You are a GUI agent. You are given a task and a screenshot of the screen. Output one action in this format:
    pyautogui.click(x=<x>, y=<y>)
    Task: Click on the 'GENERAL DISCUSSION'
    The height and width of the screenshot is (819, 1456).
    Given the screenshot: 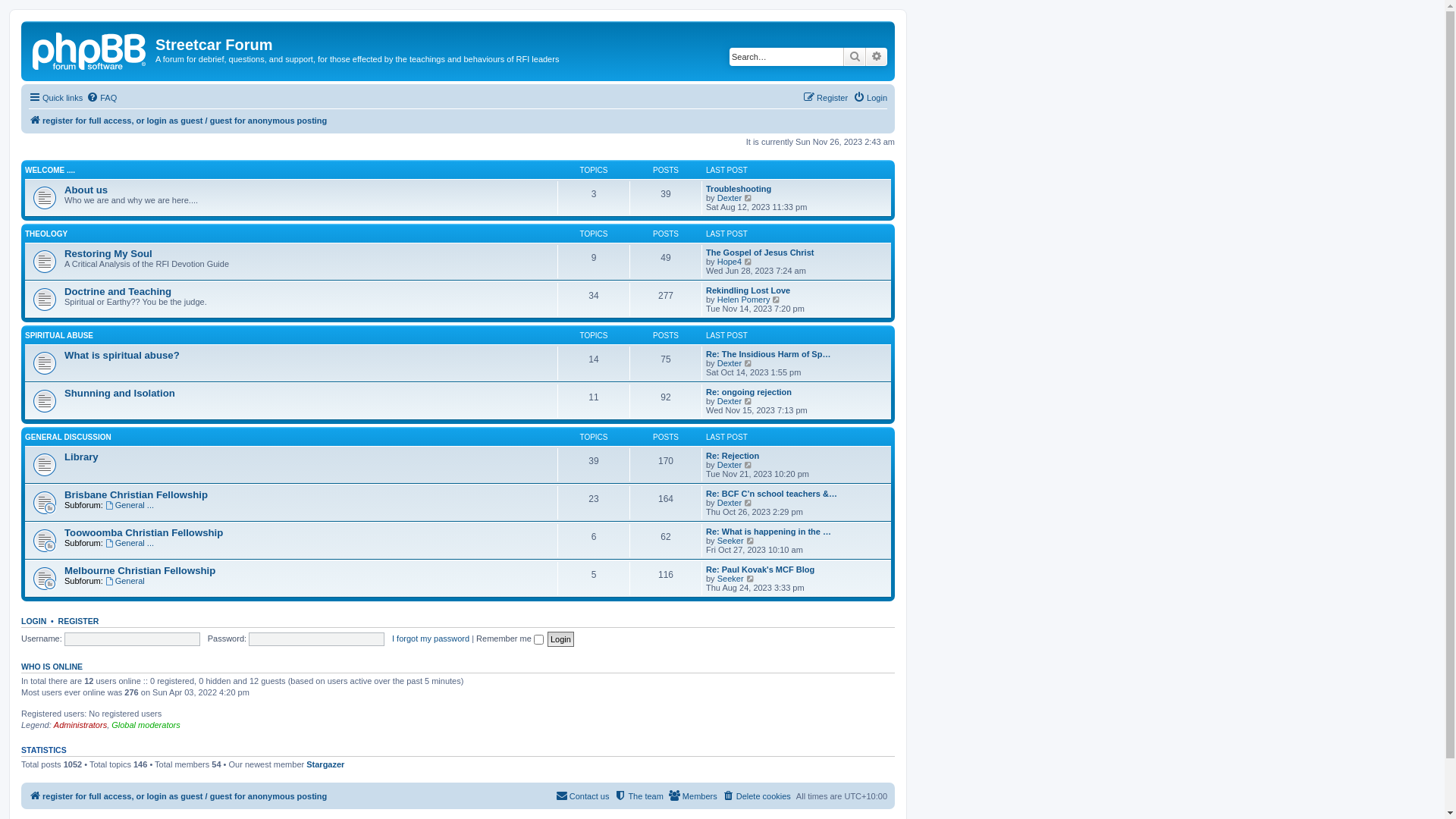 What is the action you would take?
    pyautogui.click(x=67, y=437)
    